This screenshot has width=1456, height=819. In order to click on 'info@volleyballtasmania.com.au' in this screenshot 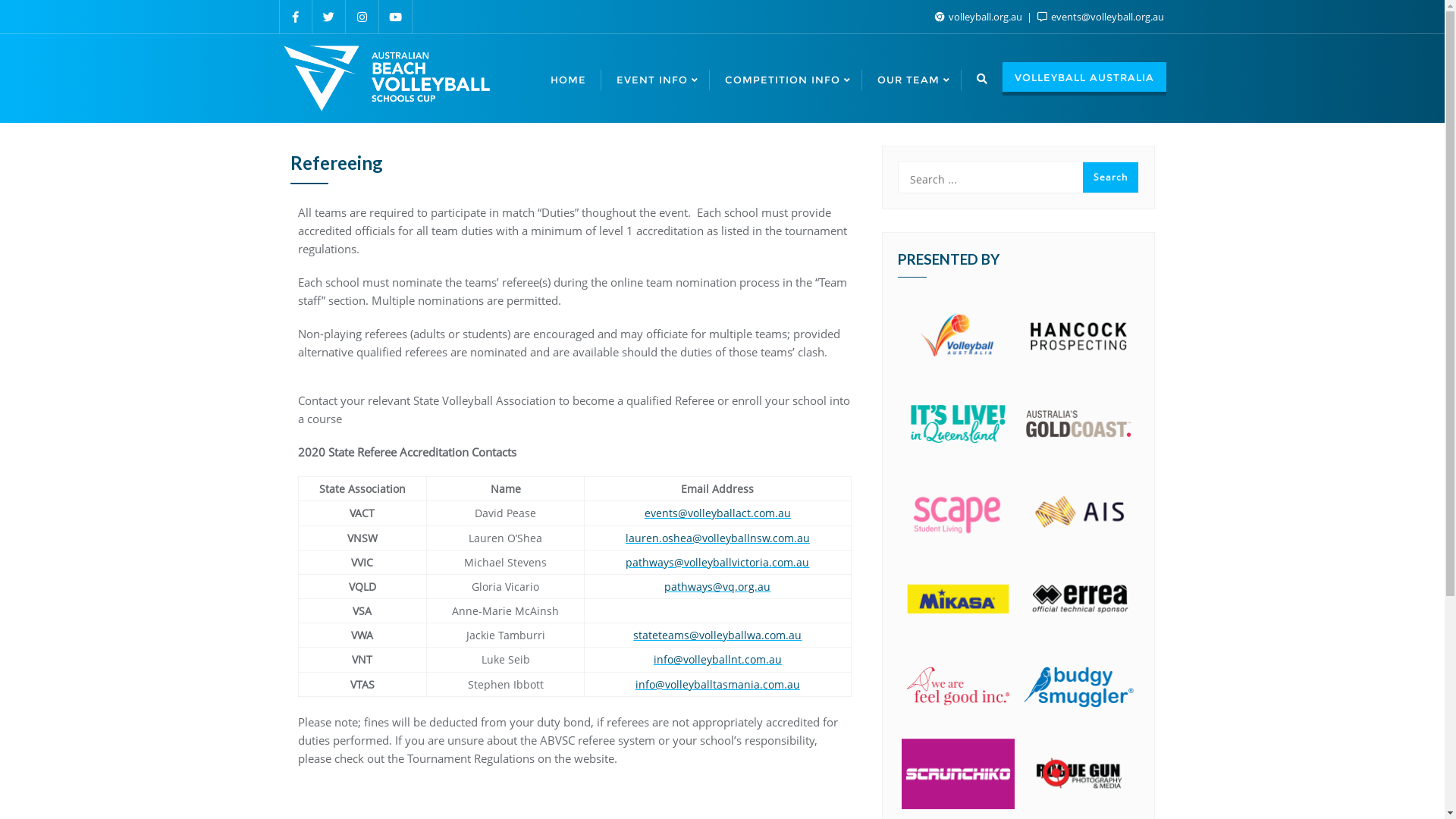, I will do `click(717, 684)`.